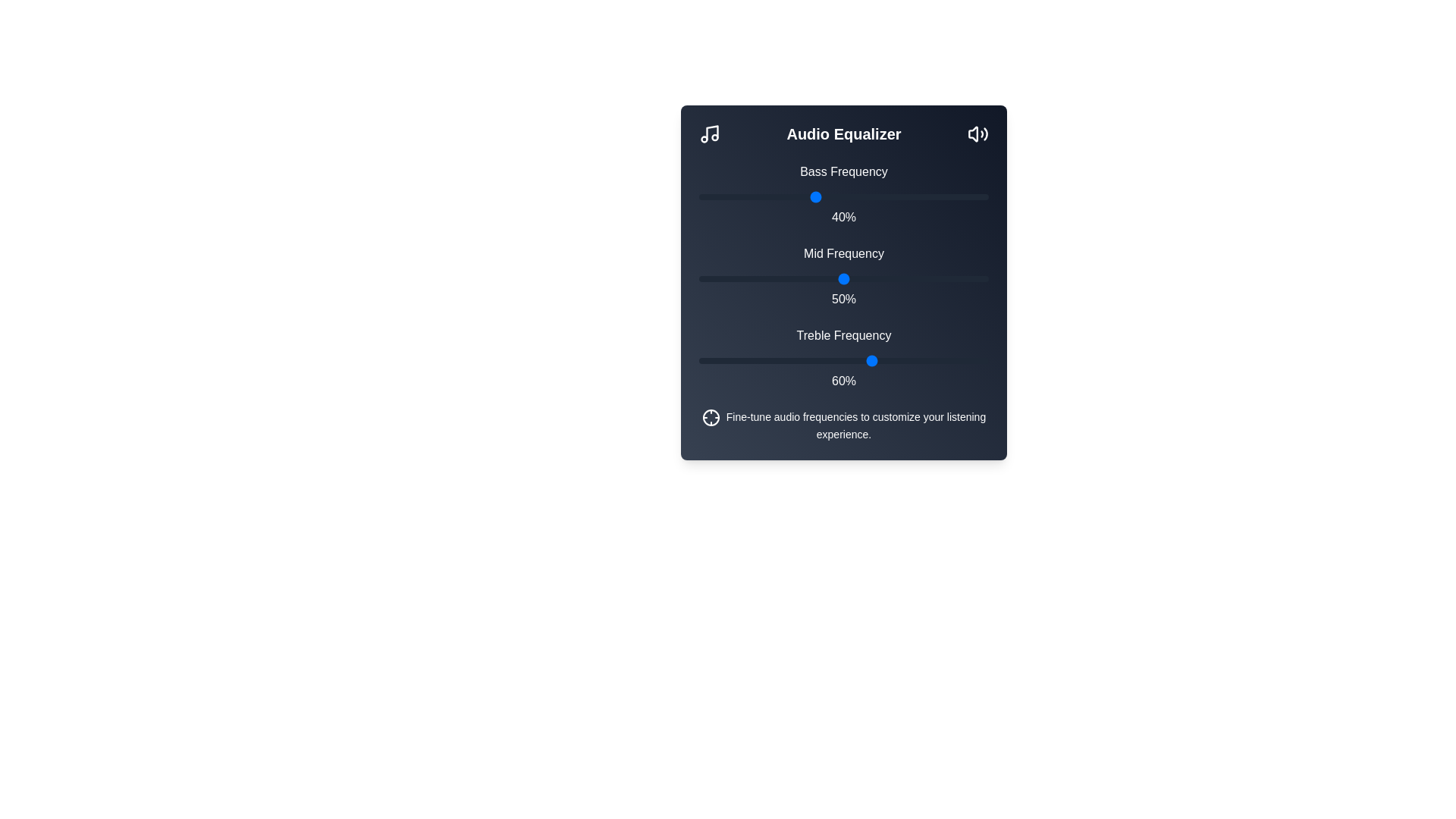  What do you see at coordinates (971, 196) in the screenshot?
I see `the 0 slider to 94%` at bounding box center [971, 196].